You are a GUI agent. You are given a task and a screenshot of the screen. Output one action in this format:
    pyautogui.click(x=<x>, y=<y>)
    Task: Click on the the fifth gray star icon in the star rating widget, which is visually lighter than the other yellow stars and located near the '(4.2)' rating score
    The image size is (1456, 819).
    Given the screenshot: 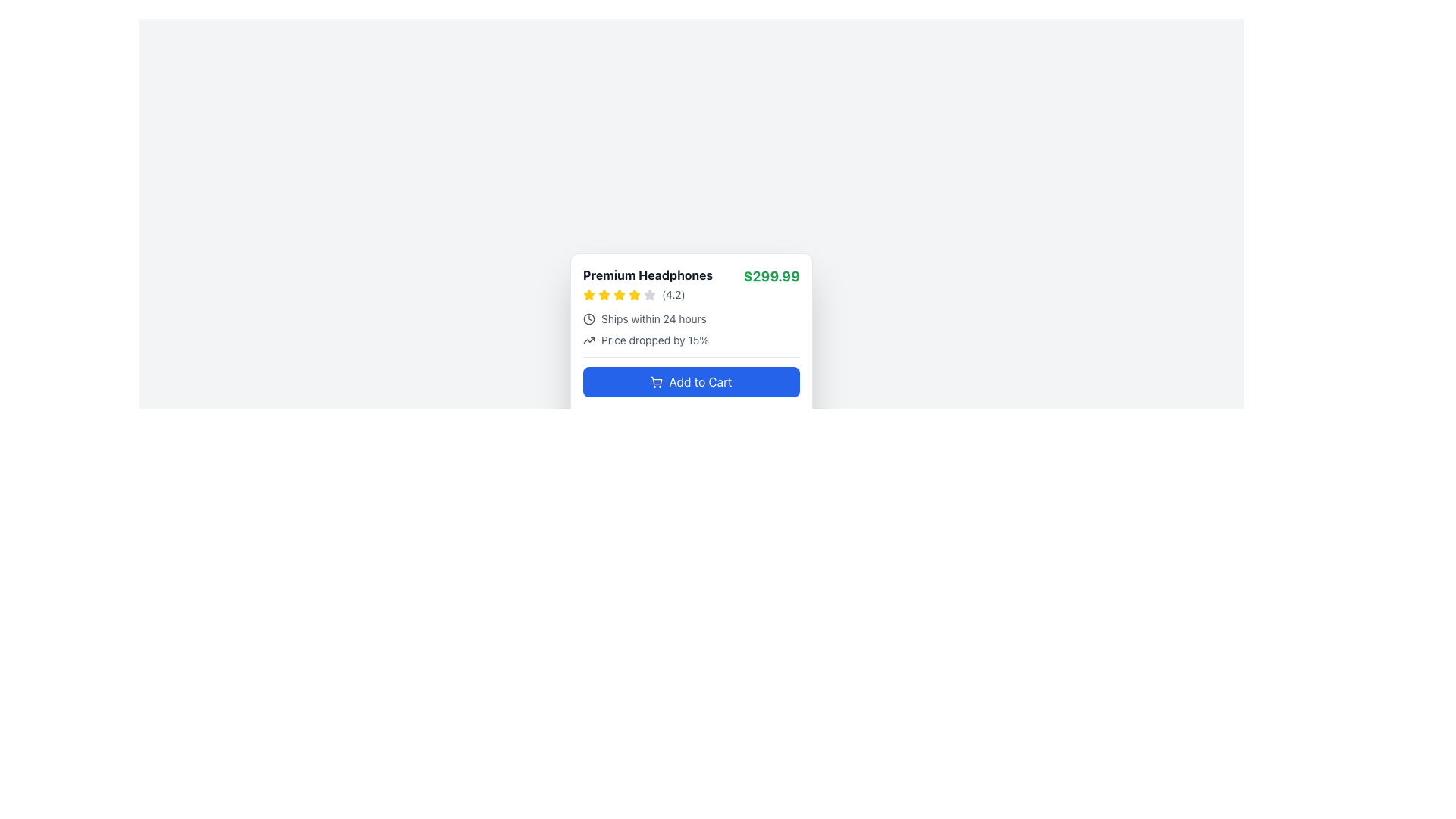 What is the action you would take?
    pyautogui.click(x=649, y=295)
    